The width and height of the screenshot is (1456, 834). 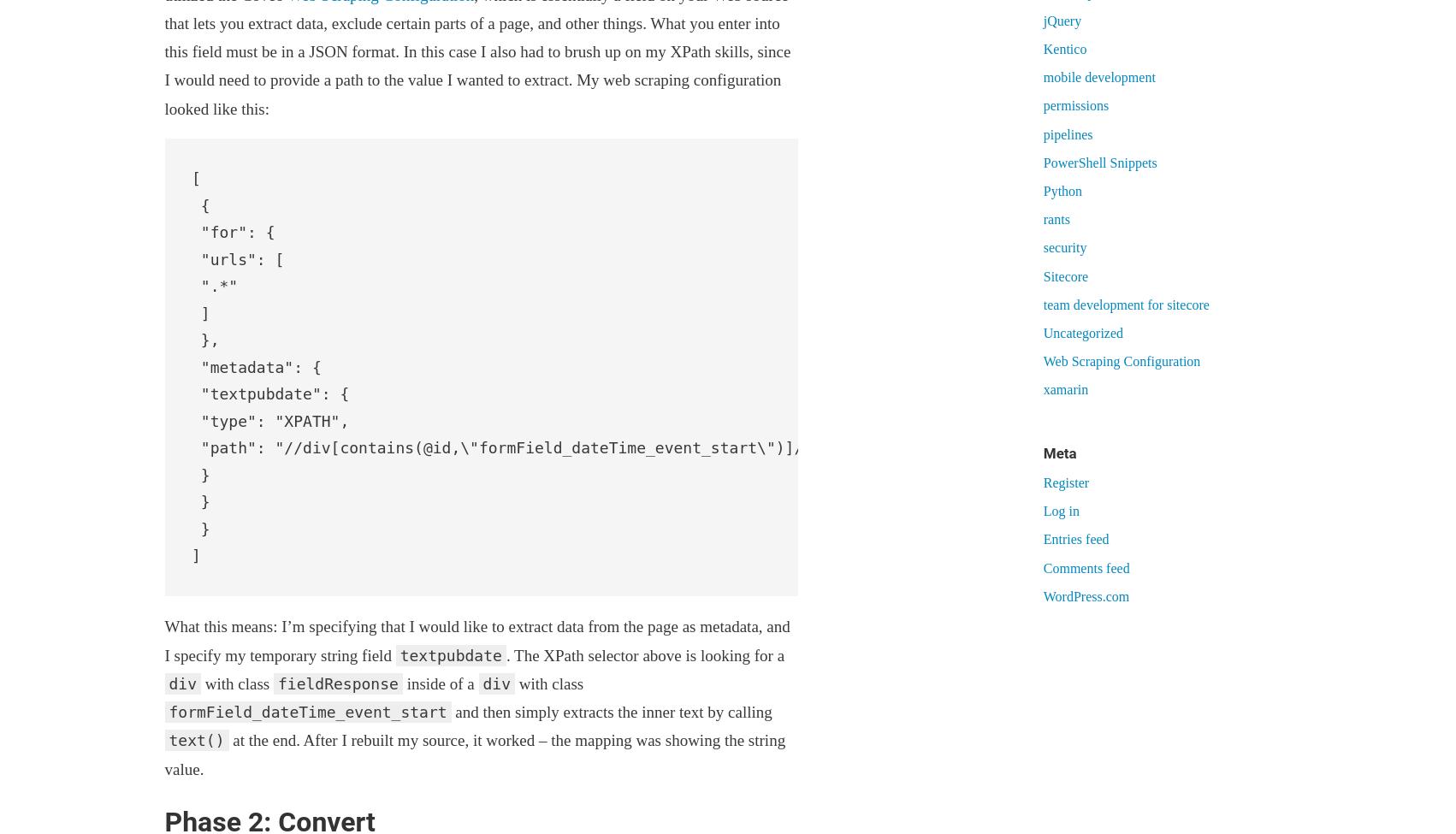 What do you see at coordinates (190, 367) in the screenshot?
I see `'[
 {
 "for": {
 "urls": [
 ".*"
 ]
 },
 "metadata": {
 "textpubdate": {
 "type": "XPATH",
 "path": "//div[contains(@id,\"formField_dateTime_event_start\")]/div[contains(@class,\"fieldResponse\")]/text()"
 }
 }
 }
]'` at bounding box center [190, 367].